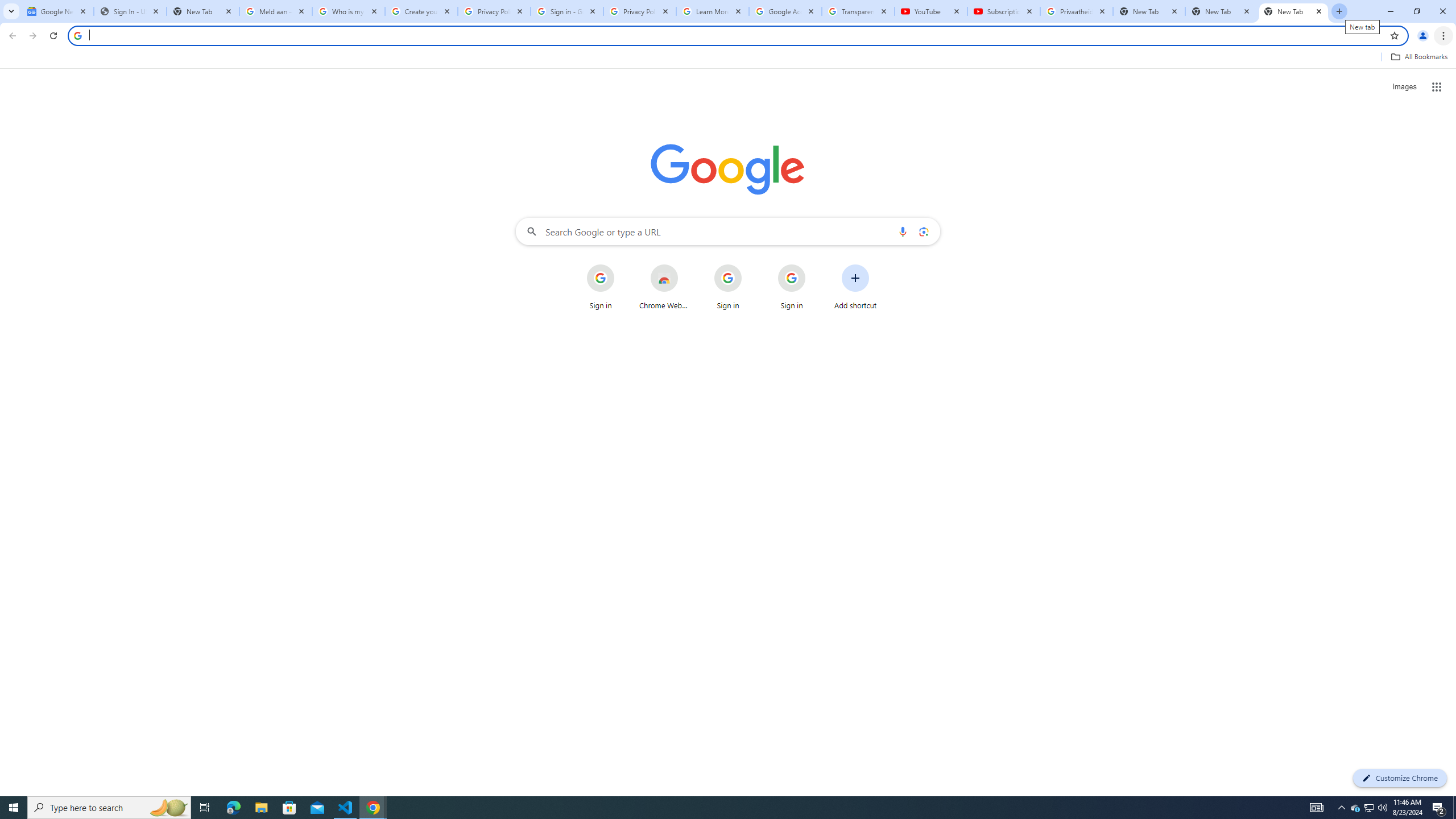 The height and width of the screenshot is (819, 1456). I want to click on 'Create your Google Account', so click(421, 11).